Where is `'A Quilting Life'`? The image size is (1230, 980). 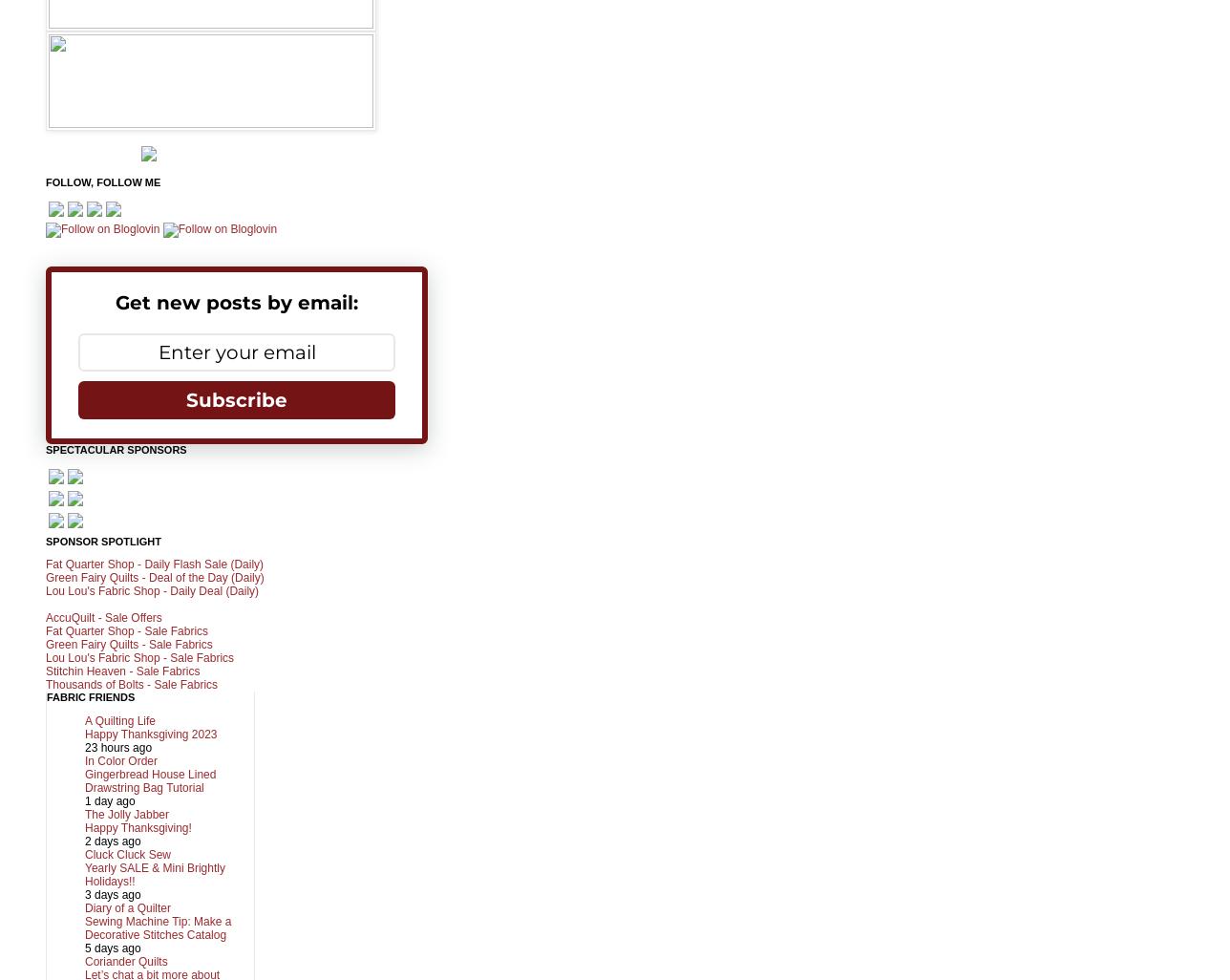
'A Quilting Life' is located at coordinates (119, 720).